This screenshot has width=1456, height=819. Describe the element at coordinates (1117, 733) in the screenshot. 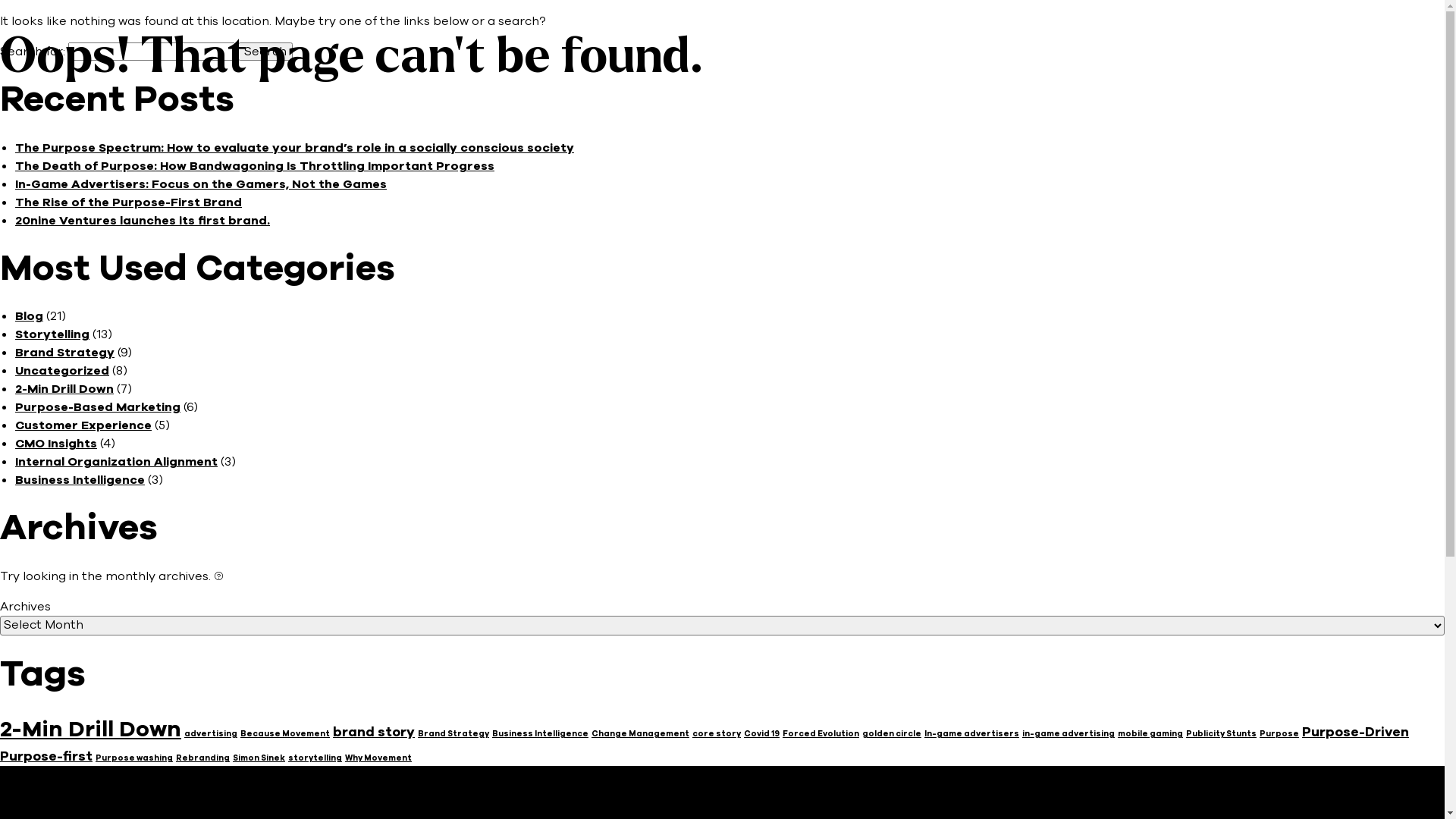

I see `'mobile gaming'` at that location.